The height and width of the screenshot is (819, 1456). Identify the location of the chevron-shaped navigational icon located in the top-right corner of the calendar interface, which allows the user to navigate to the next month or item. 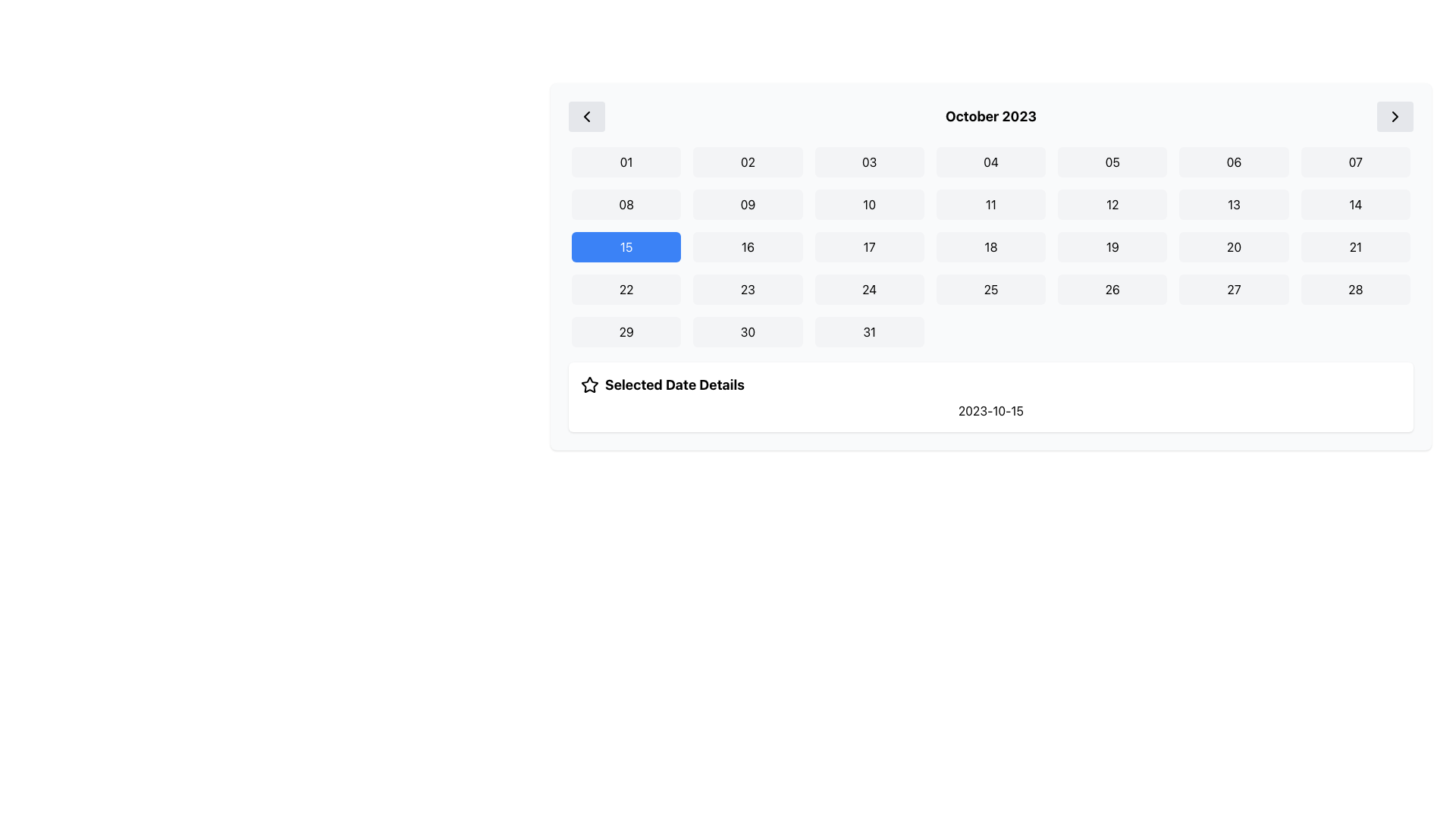
(1395, 116).